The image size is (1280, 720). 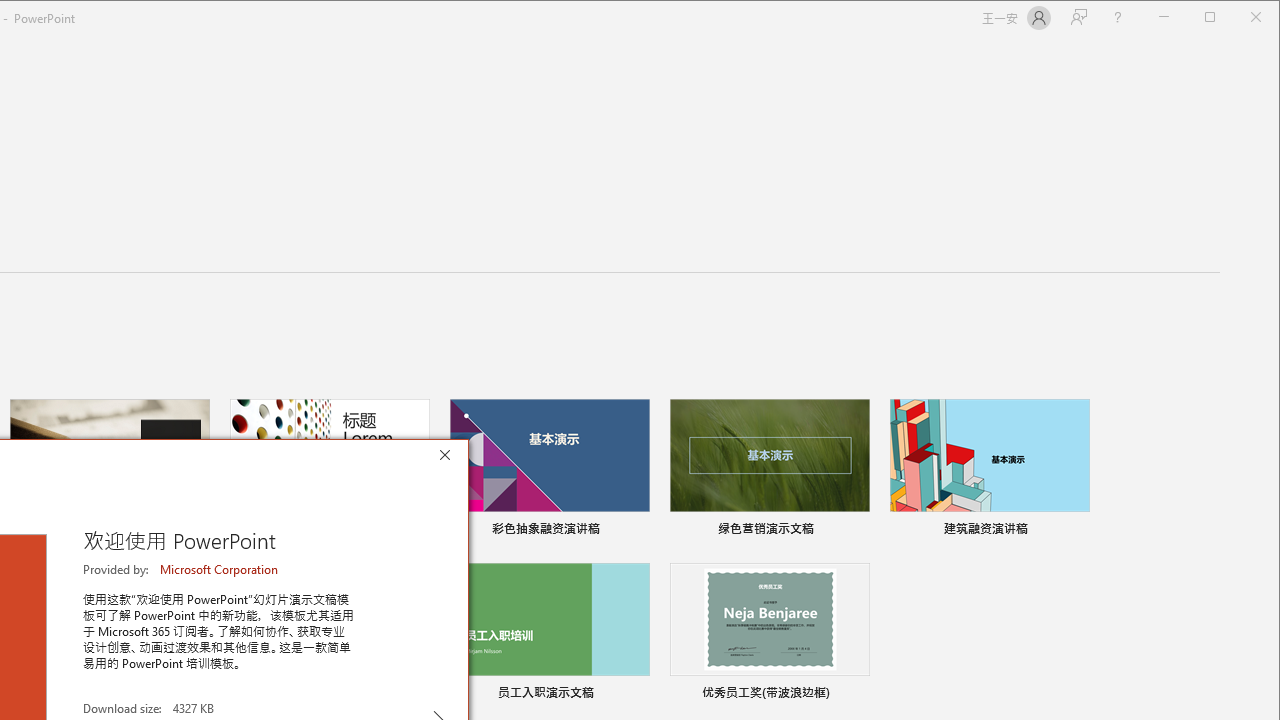 What do you see at coordinates (856, 694) in the screenshot?
I see `'Pin to list'` at bounding box center [856, 694].